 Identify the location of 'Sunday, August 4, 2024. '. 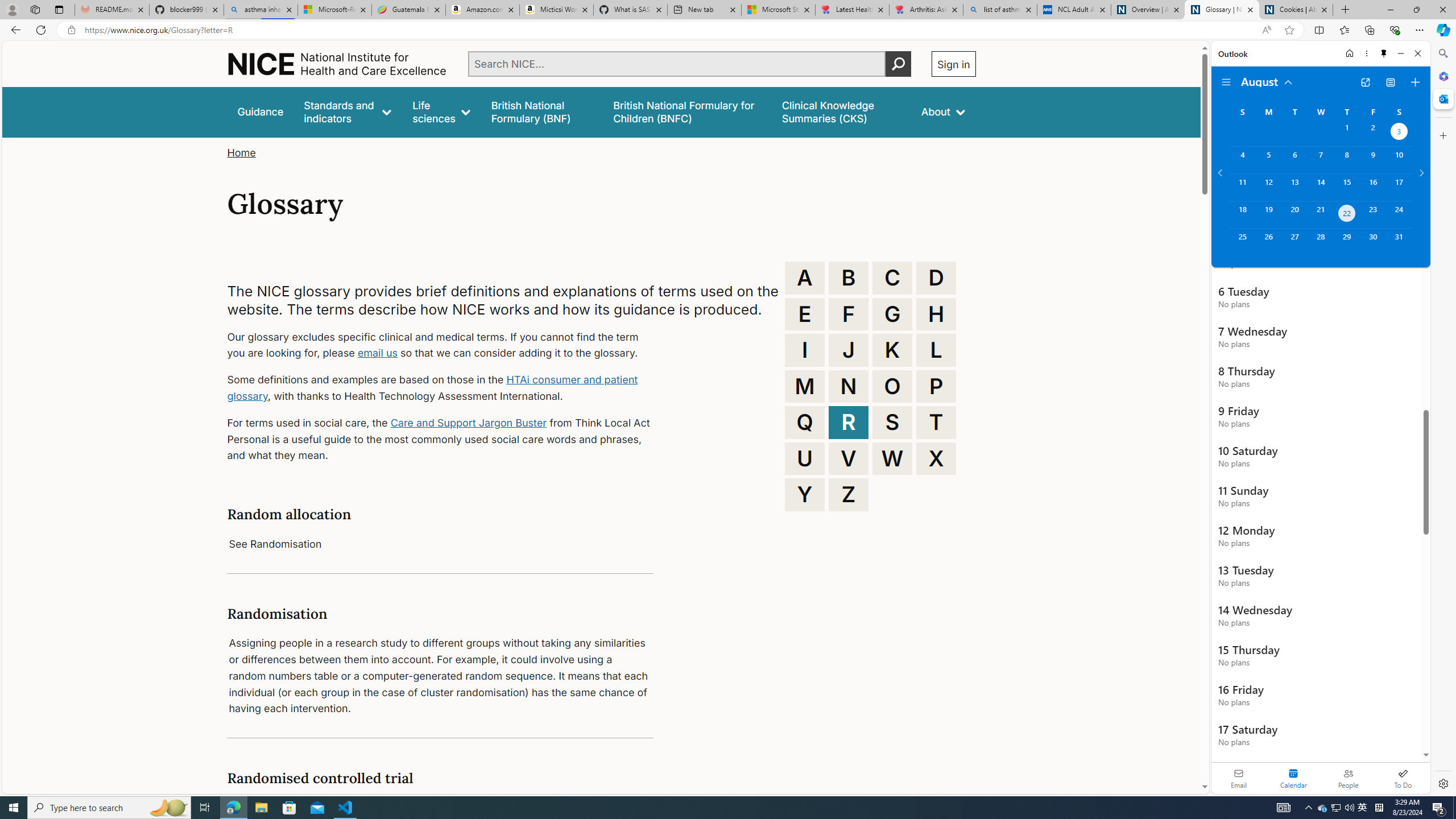
(1242, 159).